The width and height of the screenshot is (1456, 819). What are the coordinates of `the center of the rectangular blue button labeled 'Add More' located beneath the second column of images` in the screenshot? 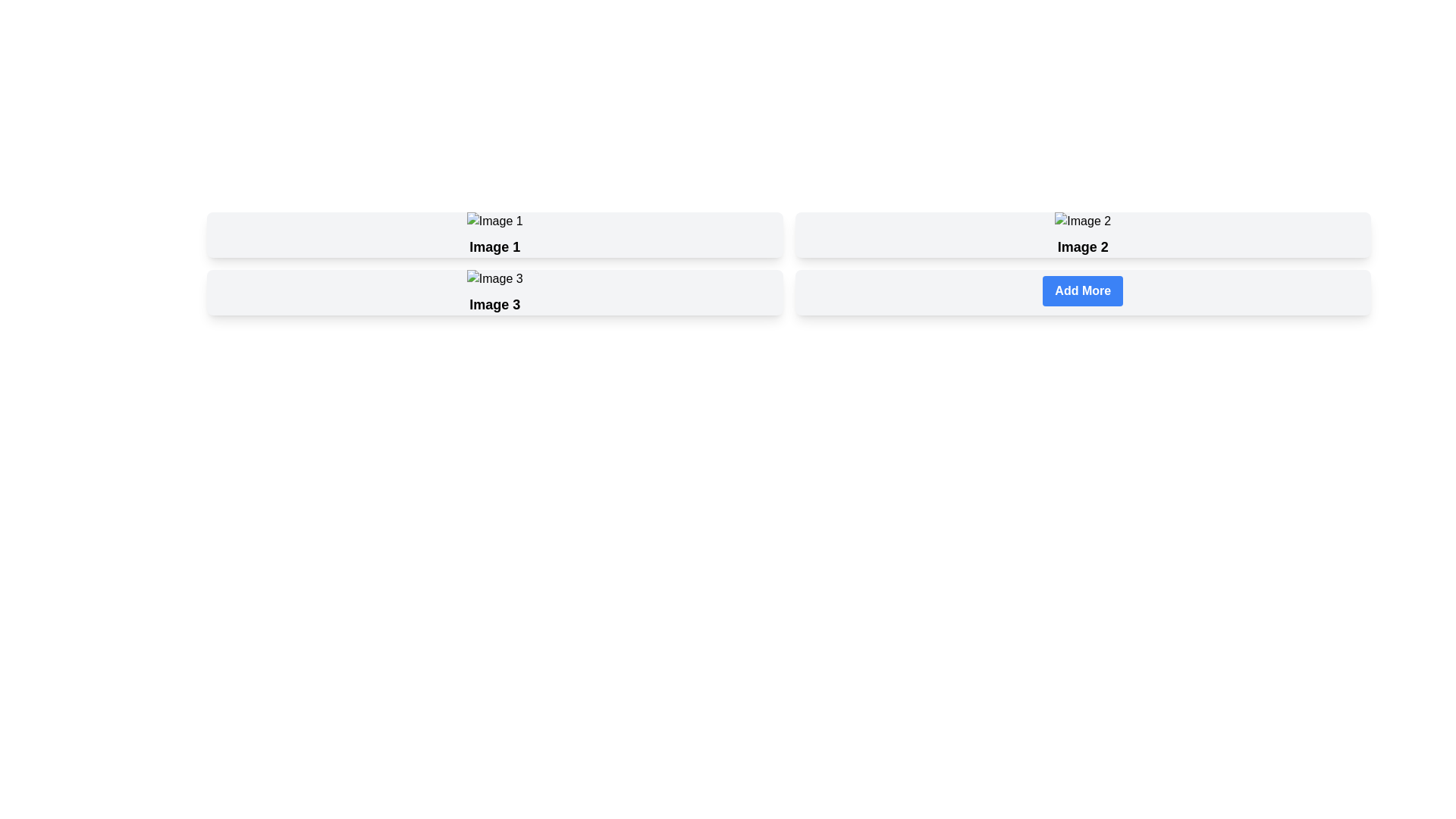 It's located at (1082, 291).